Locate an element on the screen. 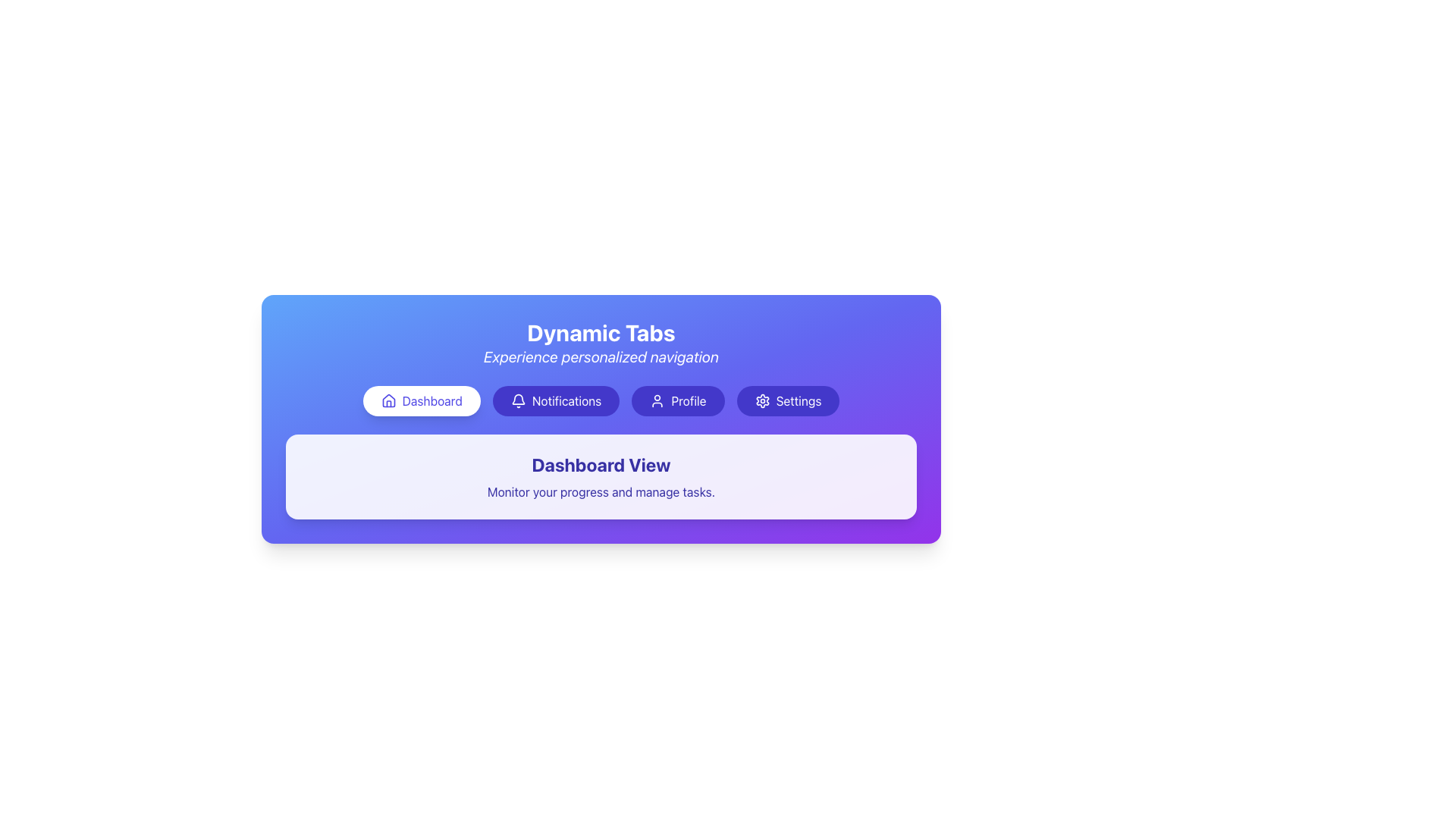 The height and width of the screenshot is (819, 1456). text 'Dashboard View' which is a bold, large heading centered at the top of the card component in the UI is located at coordinates (600, 464).